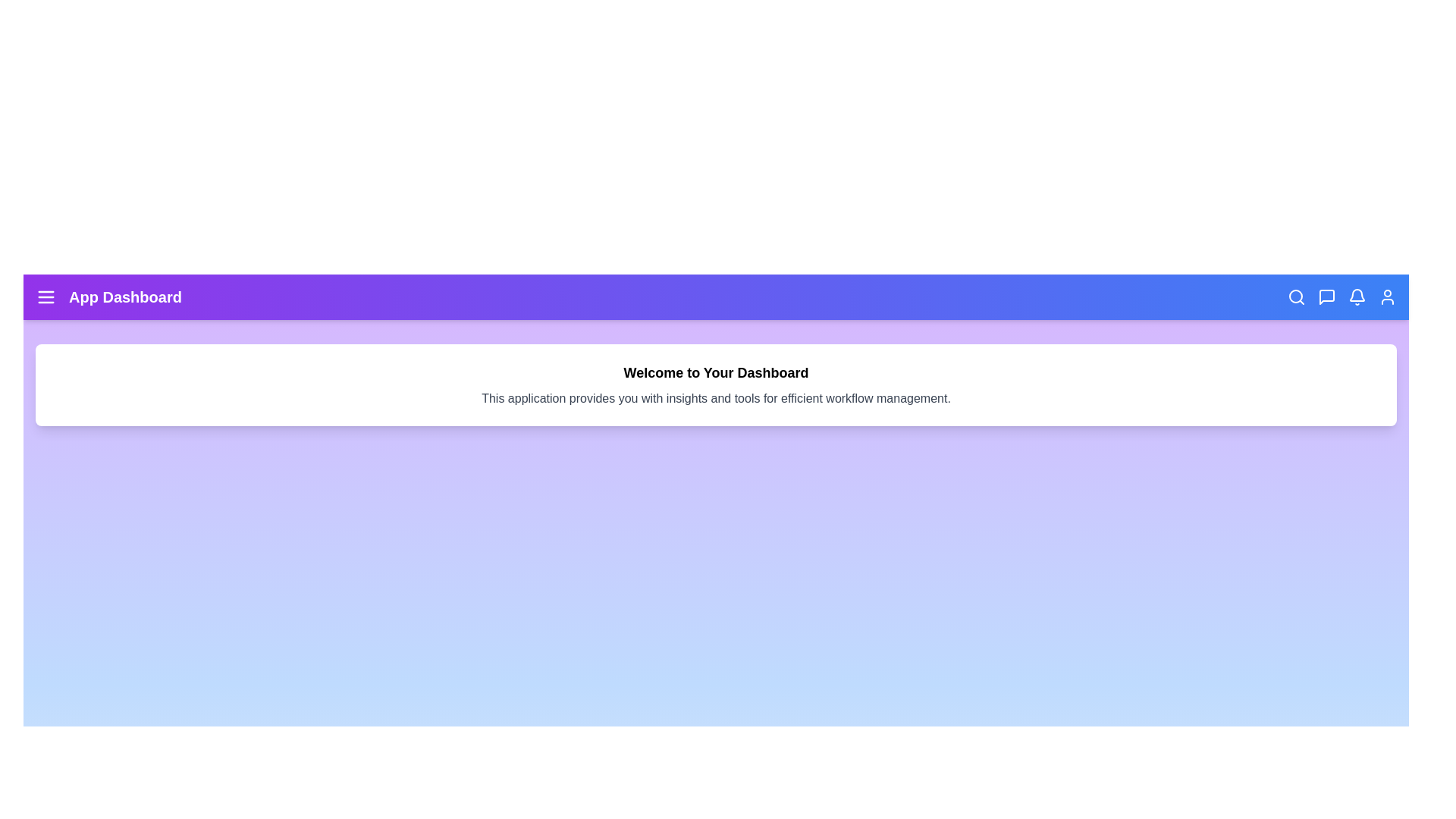 The image size is (1456, 819). Describe the element at coordinates (68, 287) in the screenshot. I see `the text 'App Dashboard' by dragging the mouse from the start to the end of the text` at that location.